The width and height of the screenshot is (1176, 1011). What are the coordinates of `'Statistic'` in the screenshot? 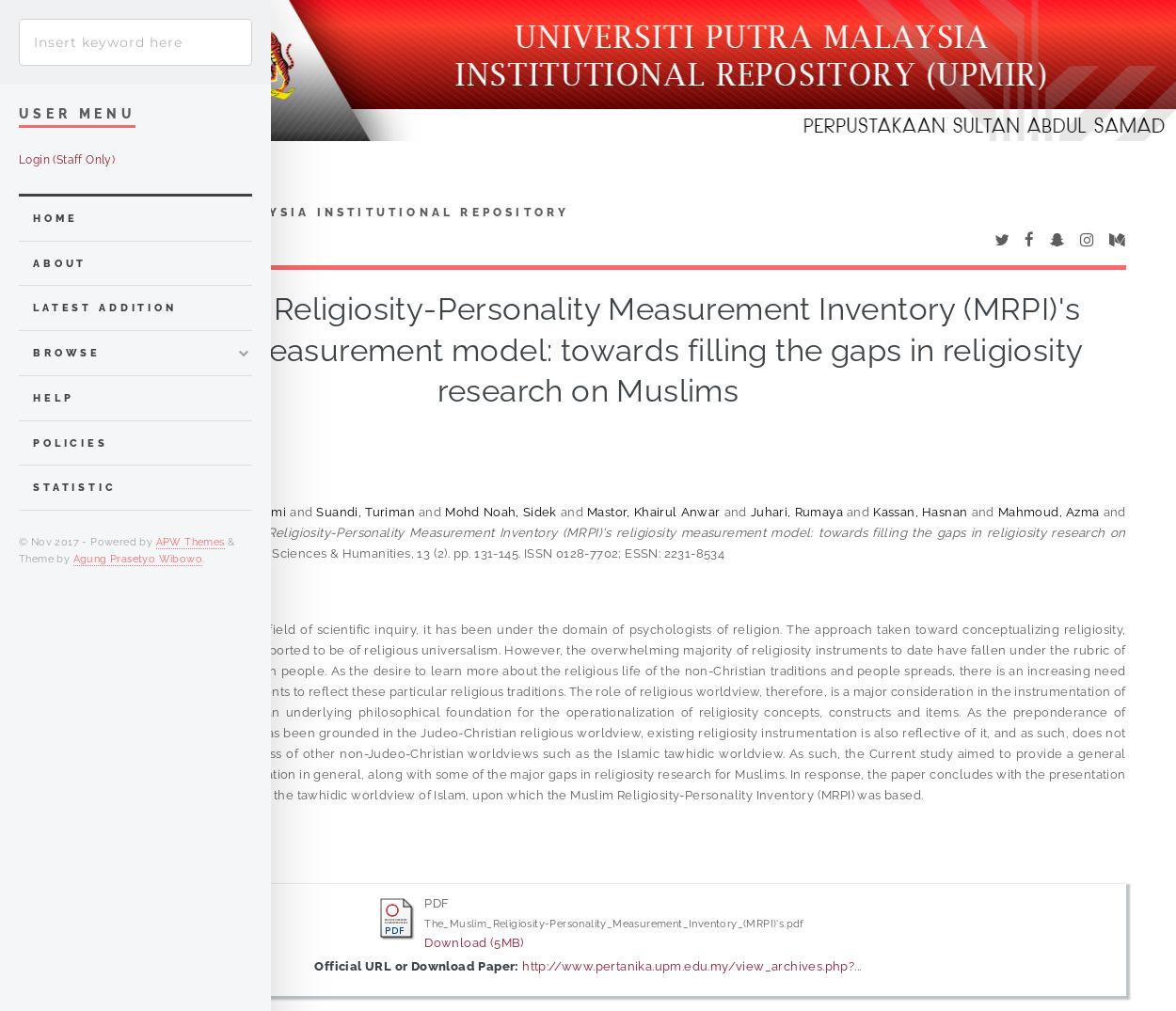 It's located at (73, 486).